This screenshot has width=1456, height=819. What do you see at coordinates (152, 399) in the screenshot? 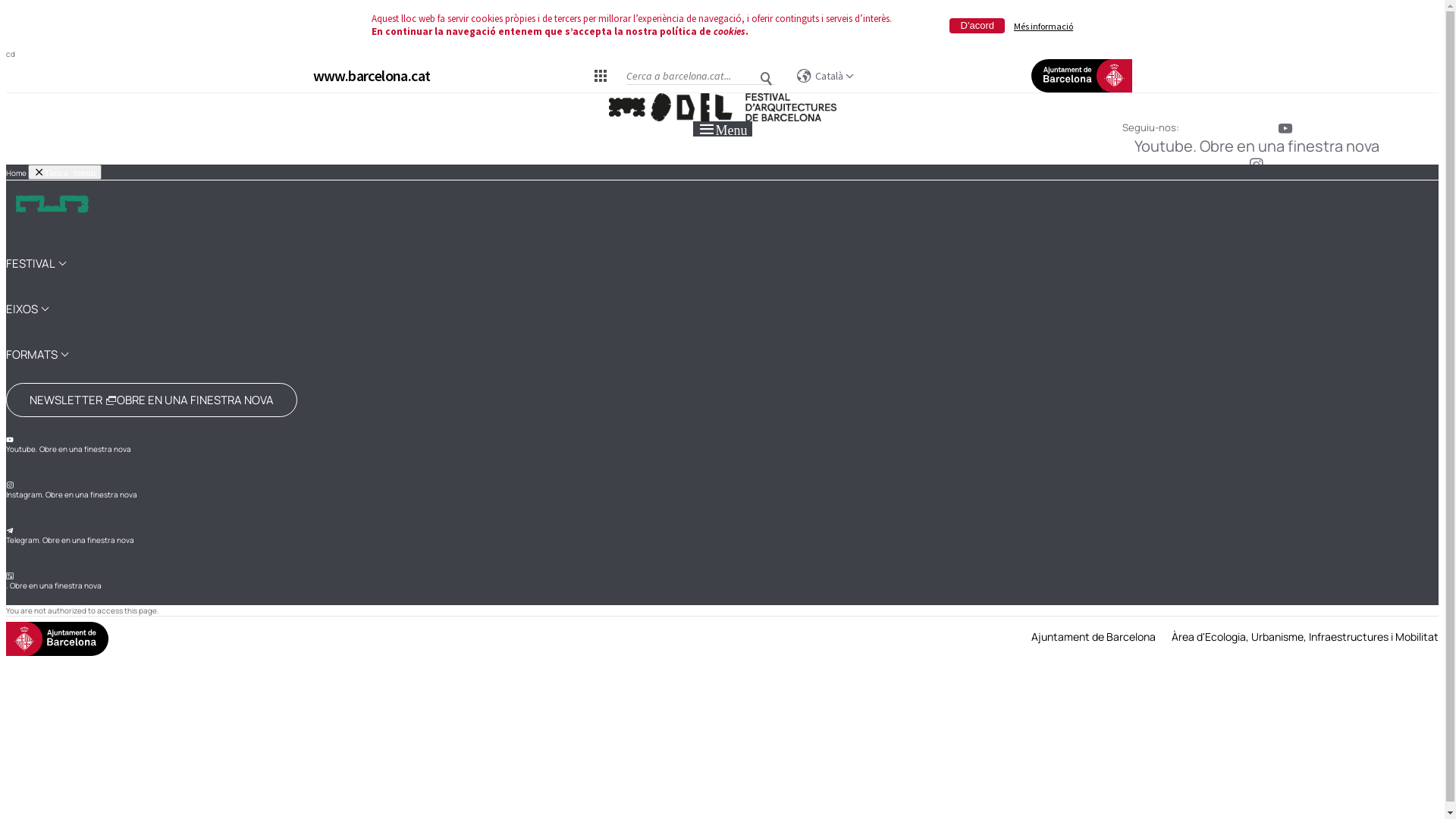
I see `'NEWSLETTER` at bounding box center [152, 399].